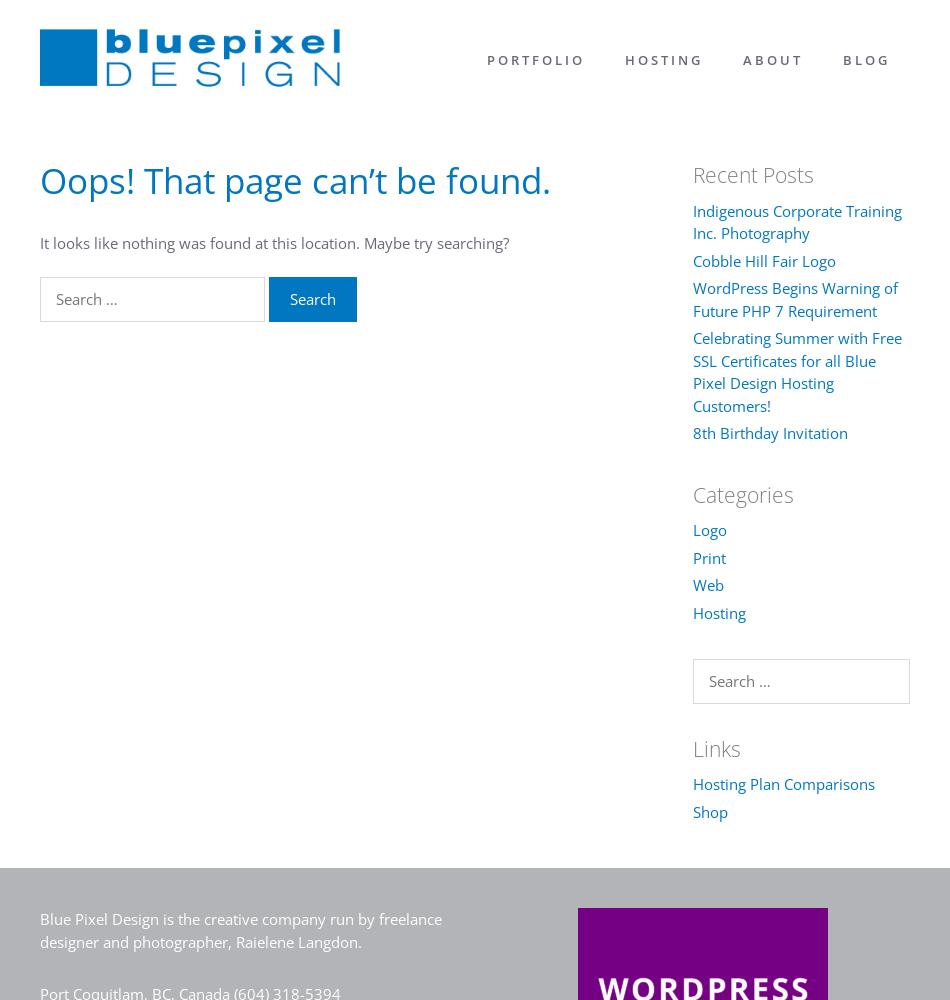 The image size is (950, 1000). Describe the element at coordinates (708, 530) in the screenshot. I see `'Logo'` at that location.